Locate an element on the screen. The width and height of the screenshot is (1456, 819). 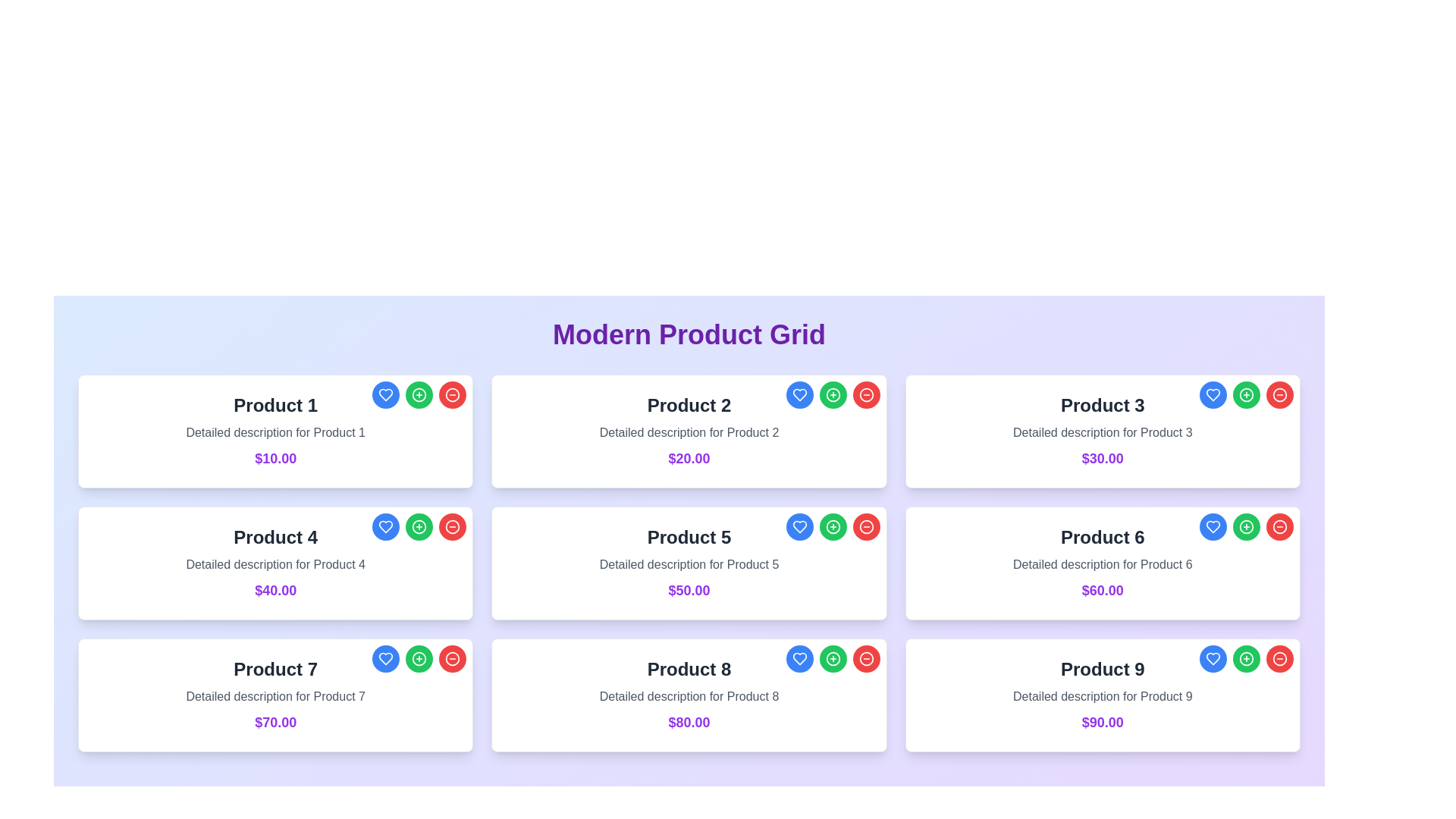
price label displaying '$10.00' in bold purple text located below the product name 'Product 1' in the first column, first row of the grid layout is located at coordinates (275, 458).